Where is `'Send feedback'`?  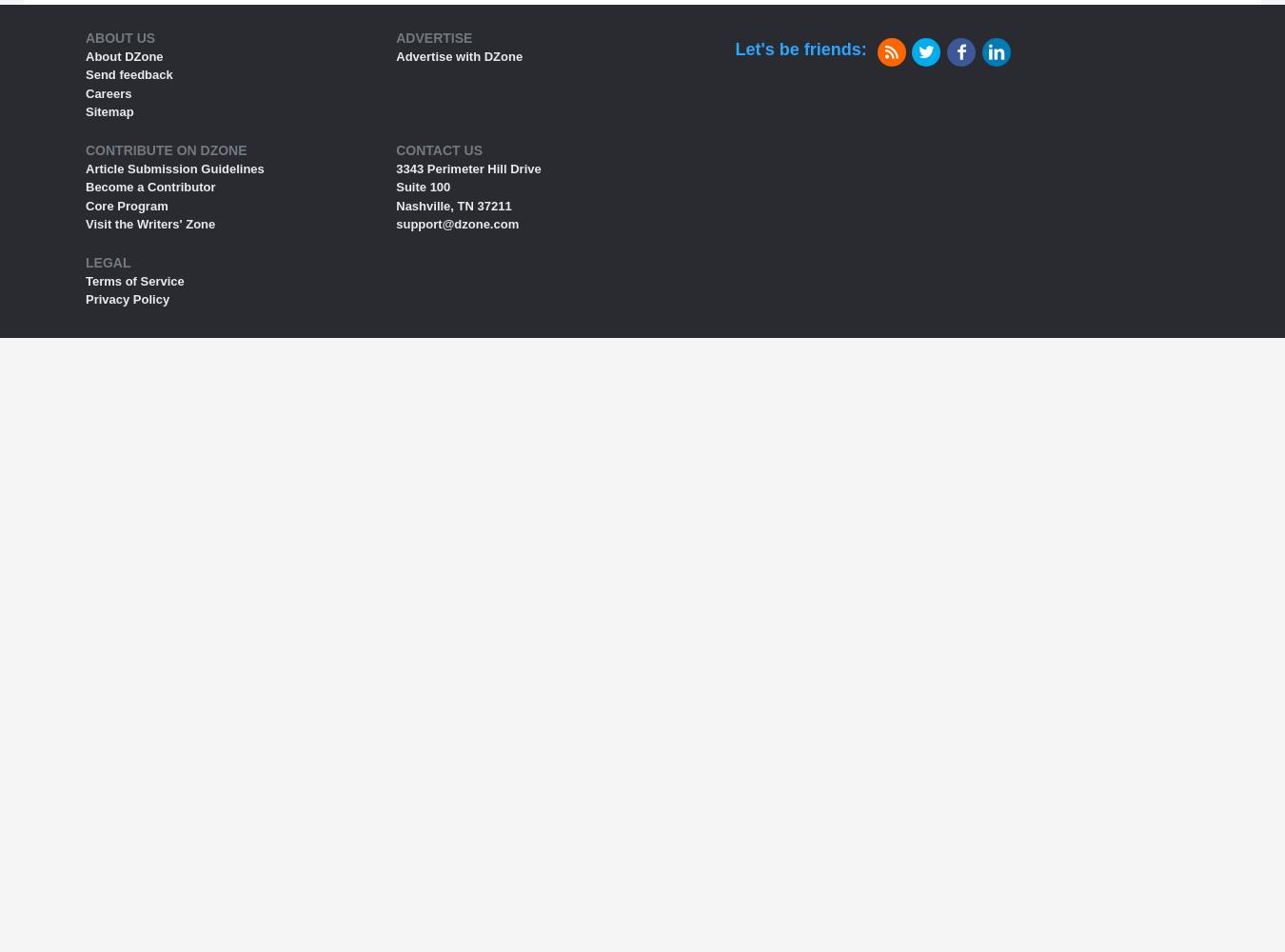
'Send feedback' is located at coordinates (128, 73).